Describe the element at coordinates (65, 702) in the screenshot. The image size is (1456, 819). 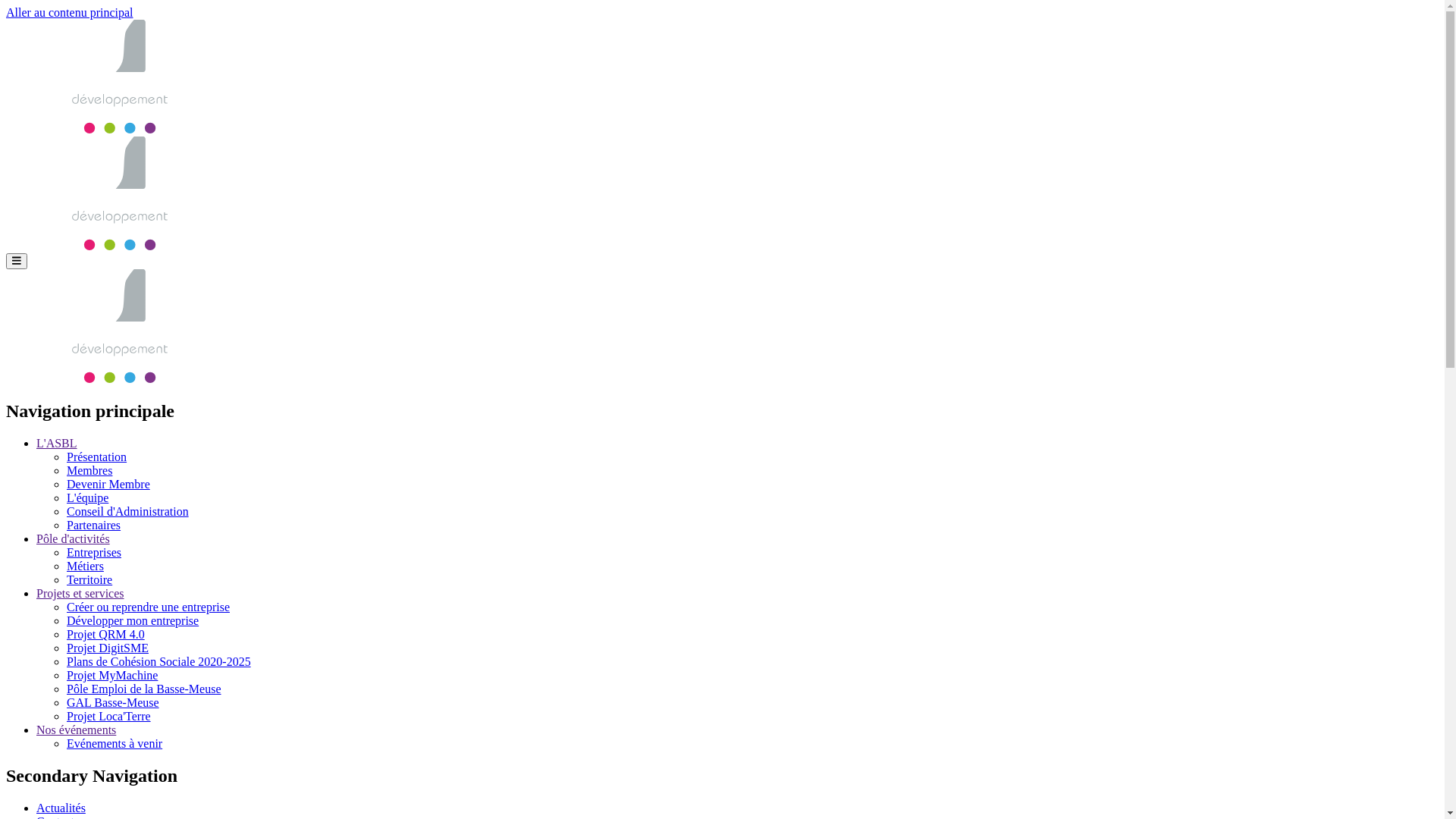
I see `'GAL Basse-Meuse'` at that location.